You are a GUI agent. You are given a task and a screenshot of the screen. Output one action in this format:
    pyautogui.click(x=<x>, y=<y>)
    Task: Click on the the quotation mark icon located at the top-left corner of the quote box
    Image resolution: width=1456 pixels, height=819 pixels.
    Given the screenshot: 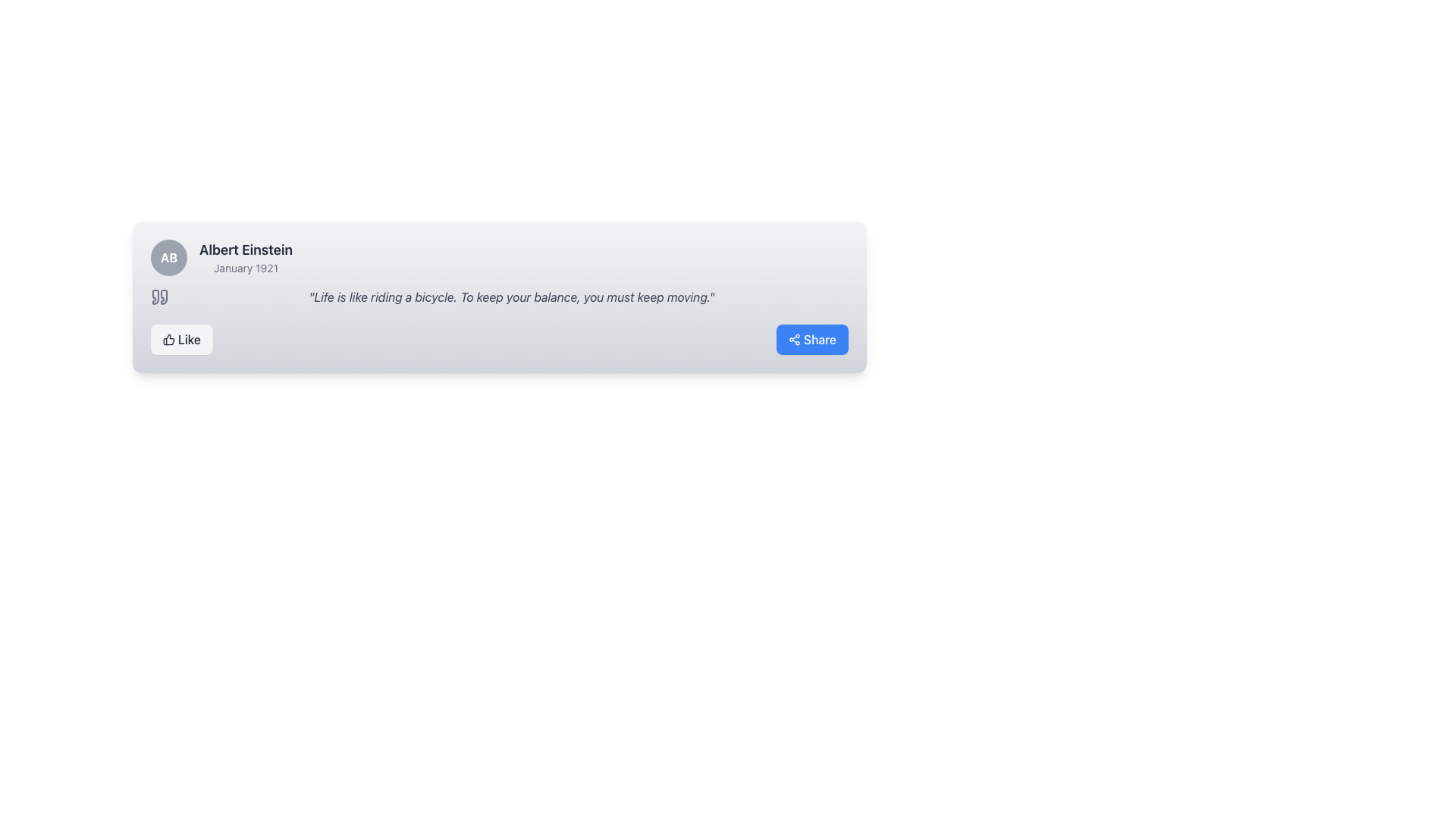 What is the action you would take?
    pyautogui.click(x=160, y=297)
    